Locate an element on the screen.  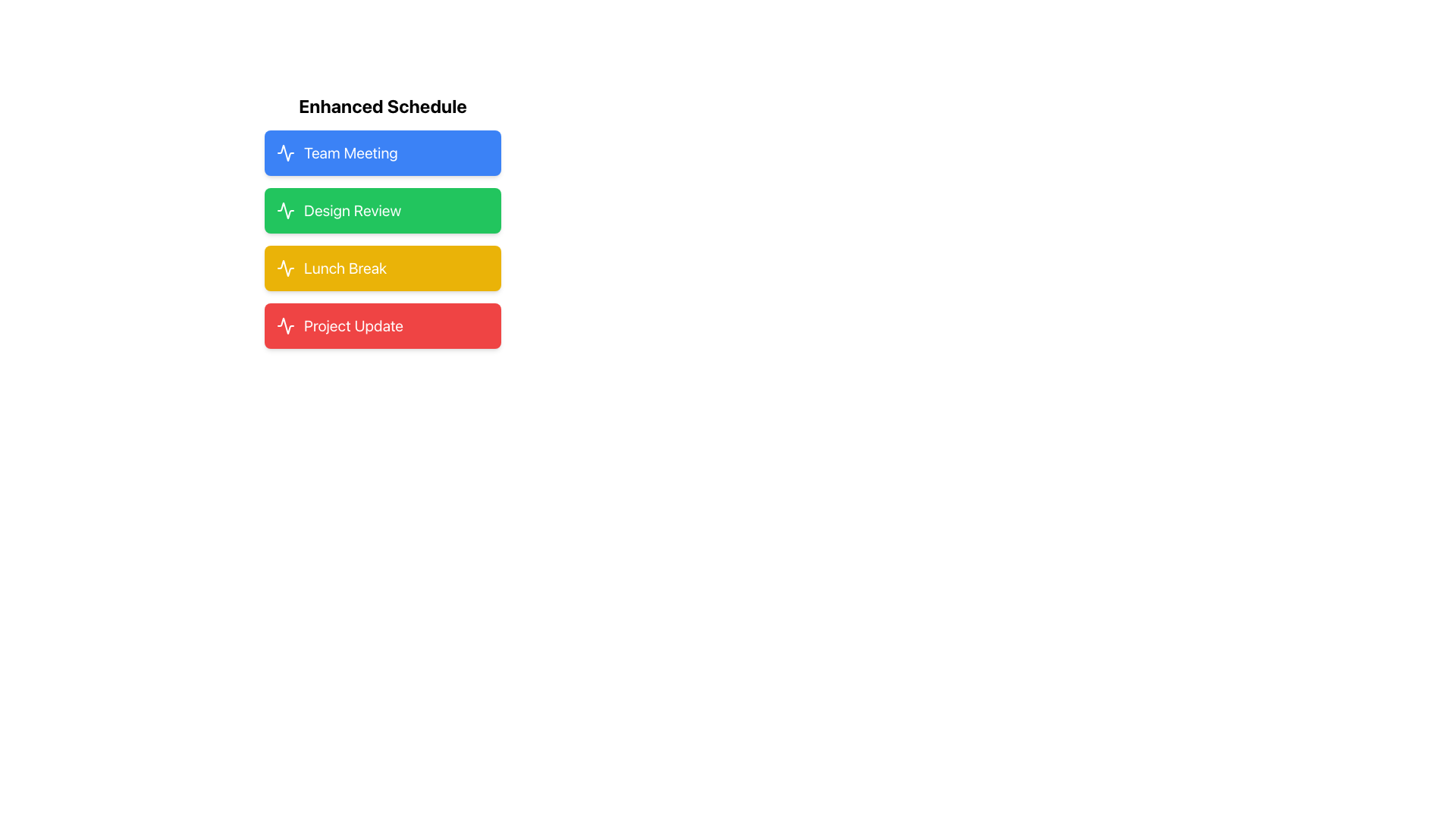
the activity or alert icon within the green 'Design Review' button, which is the second button in the vertical list under 'Enhanced Schedule.' is located at coordinates (286, 210).